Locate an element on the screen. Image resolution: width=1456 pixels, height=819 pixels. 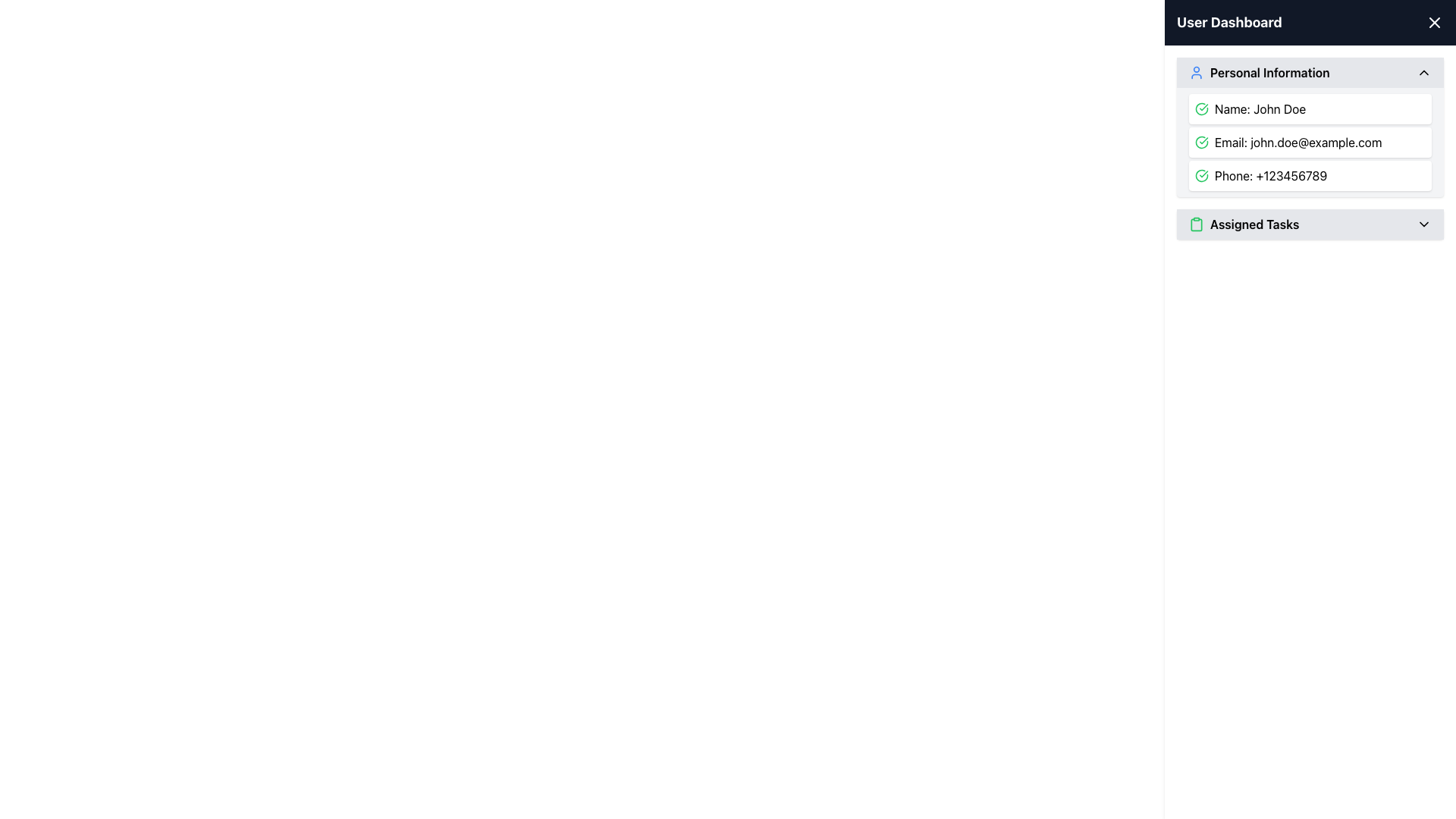
the circular graphical figure icon in the 'Personal Information' section associated with the 'Name: John Doe' label is located at coordinates (1200, 108).